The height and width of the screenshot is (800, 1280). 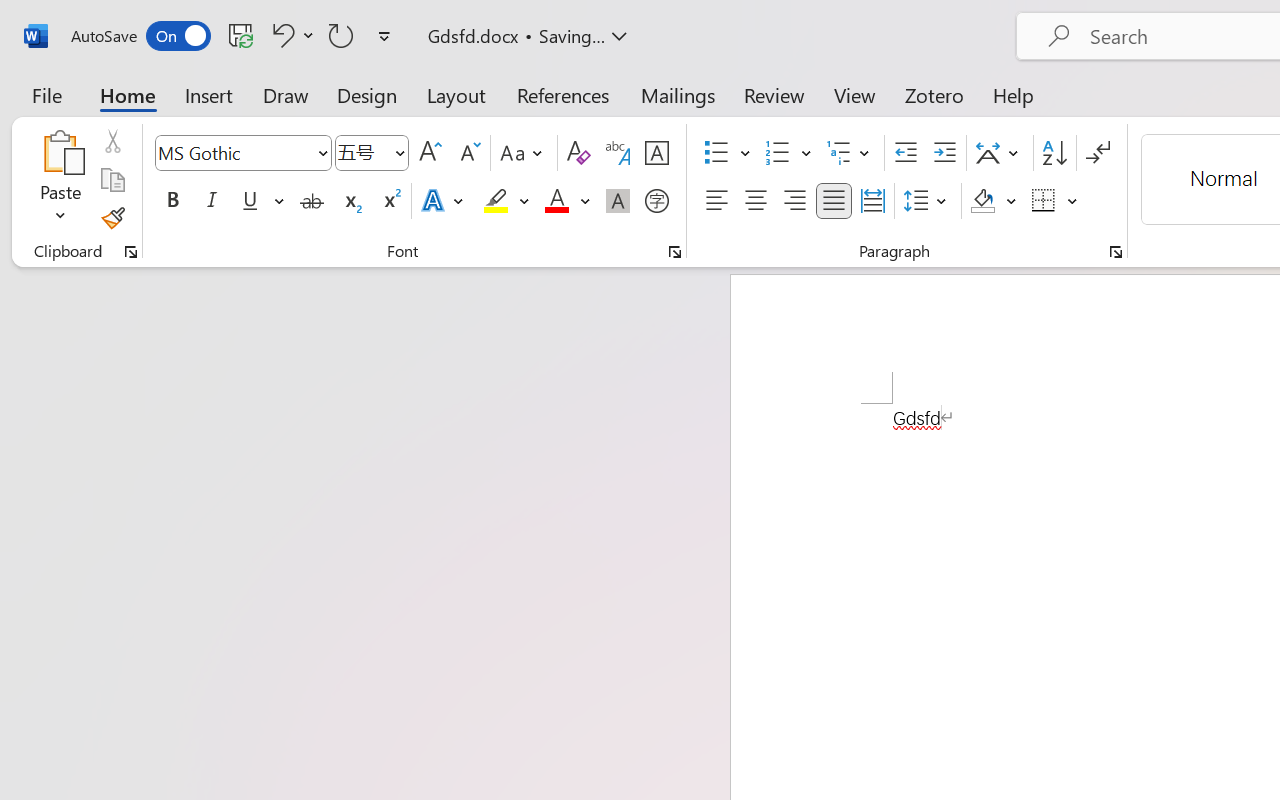 What do you see at coordinates (927, 201) in the screenshot?
I see `'Line and Paragraph Spacing'` at bounding box center [927, 201].